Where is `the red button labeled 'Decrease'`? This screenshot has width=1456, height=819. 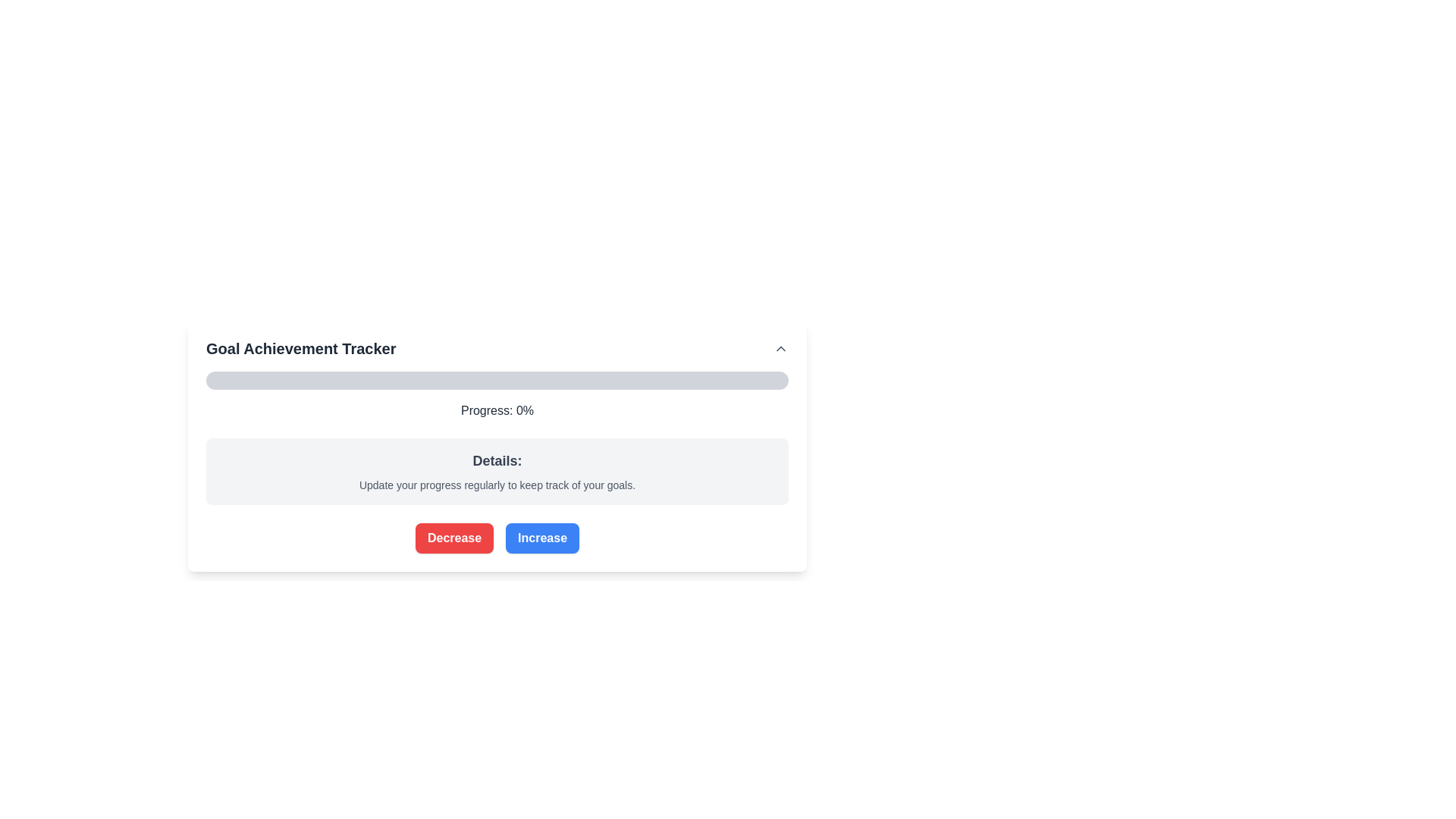
the red button labeled 'Decrease' is located at coordinates (453, 537).